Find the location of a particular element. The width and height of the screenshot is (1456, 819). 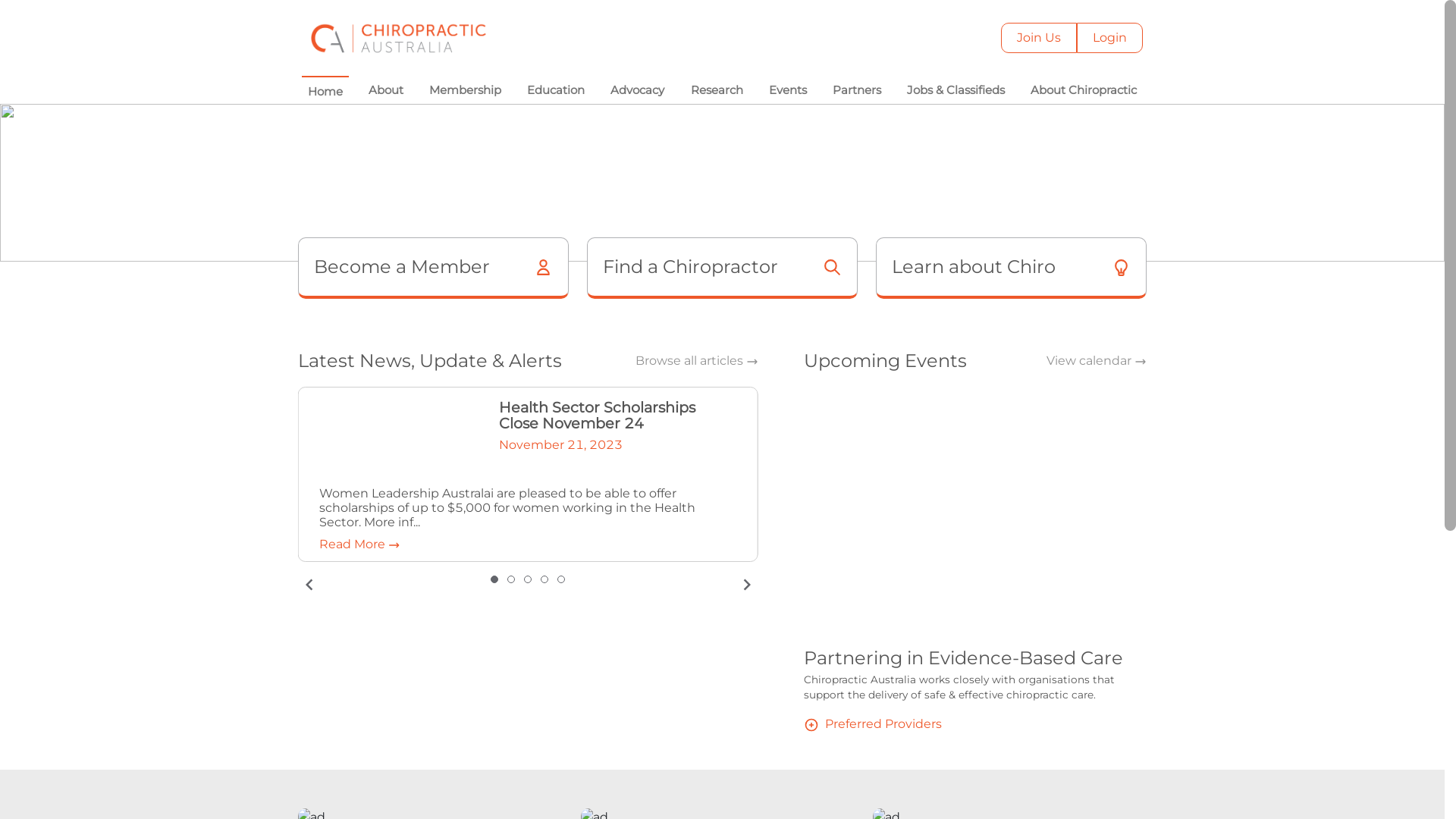

'slide item 3' is located at coordinates (528, 579).